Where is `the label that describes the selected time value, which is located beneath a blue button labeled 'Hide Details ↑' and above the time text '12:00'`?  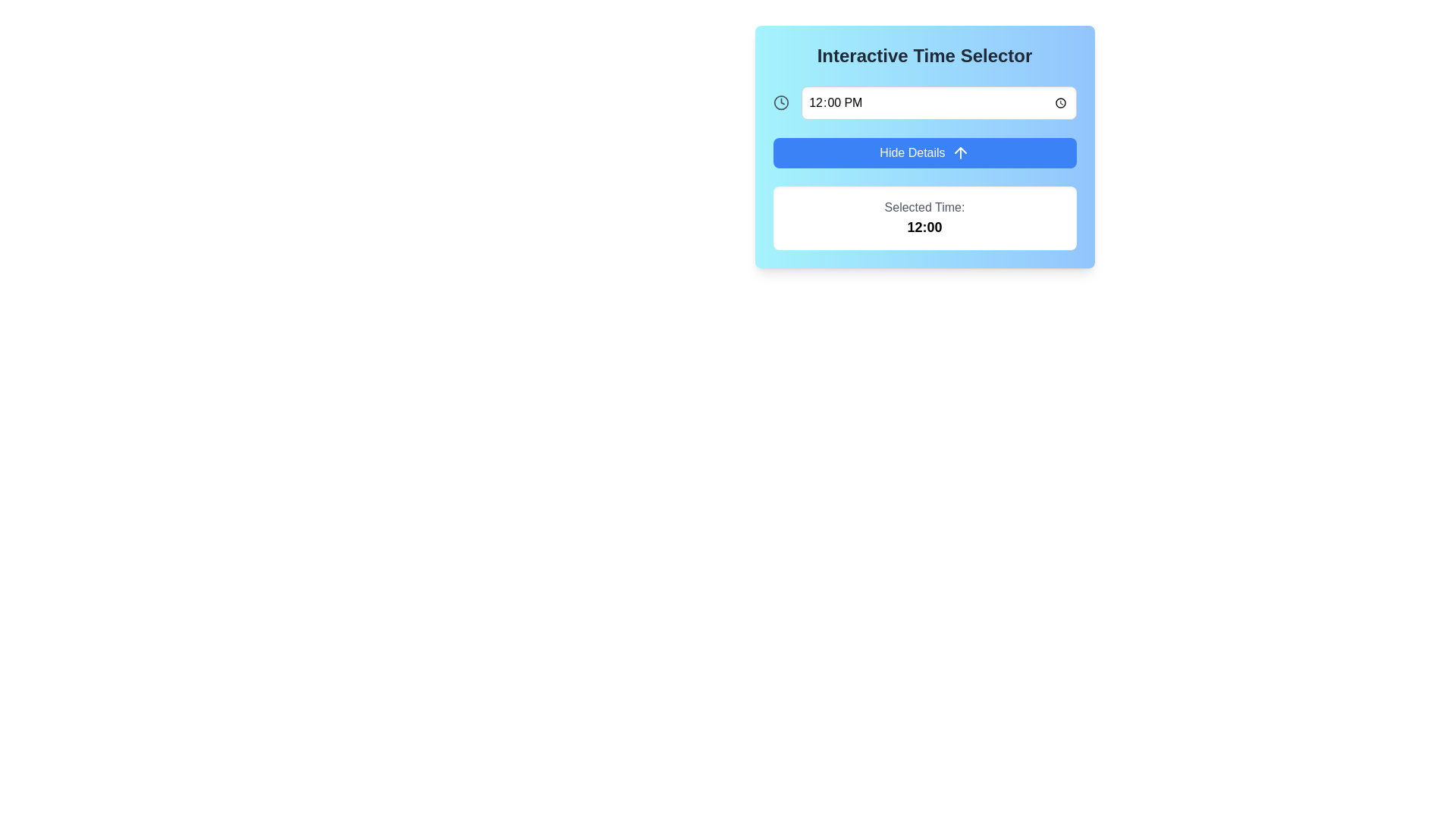
the label that describes the selected time value, which is located beneath a blue button labeled 'Hide Details ↑' and above the time text '12:00' is located at coordinates (924, 207).